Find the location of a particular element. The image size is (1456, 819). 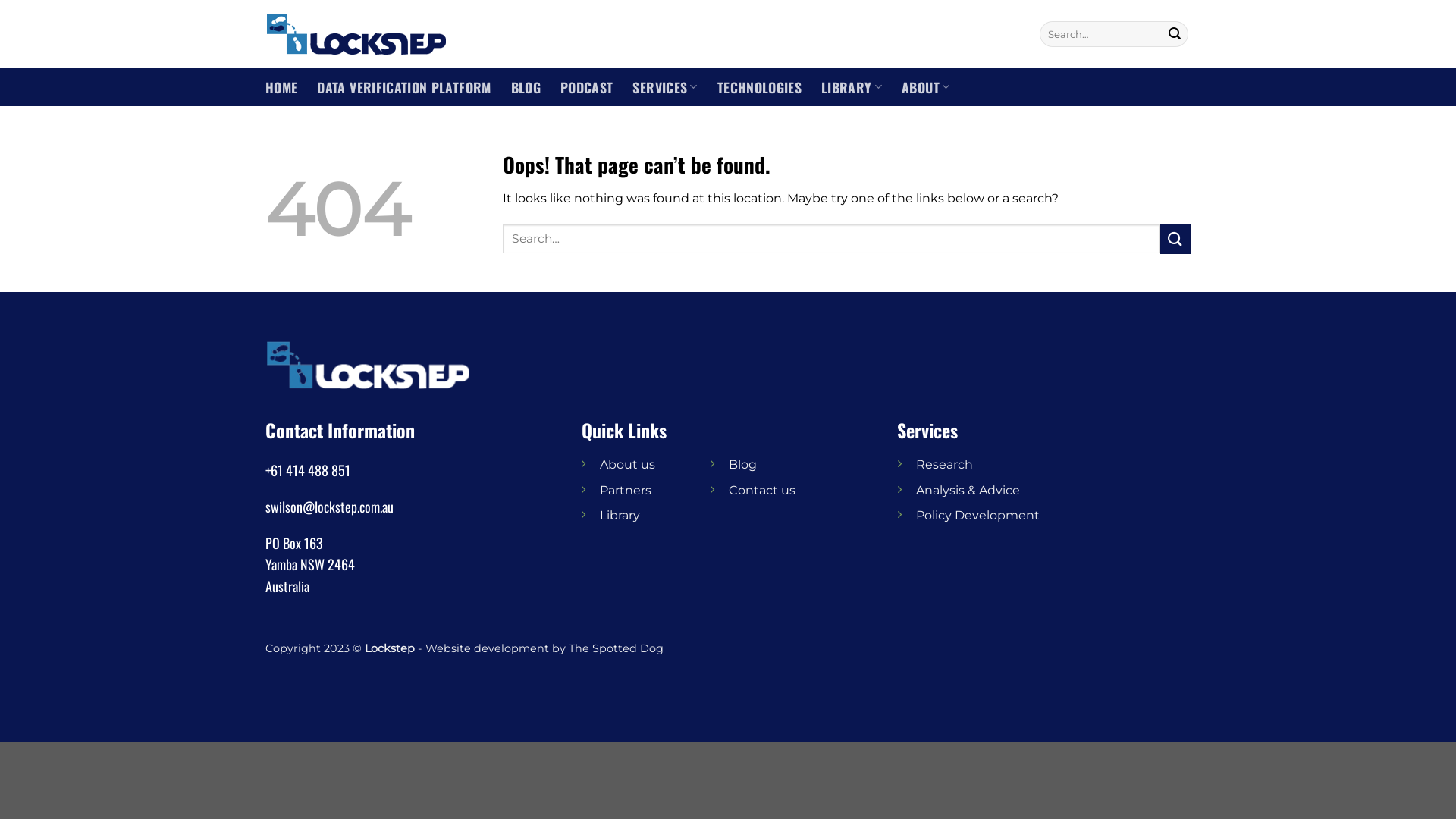

'Analysis & Advice' is located at coordinates (967, 490).